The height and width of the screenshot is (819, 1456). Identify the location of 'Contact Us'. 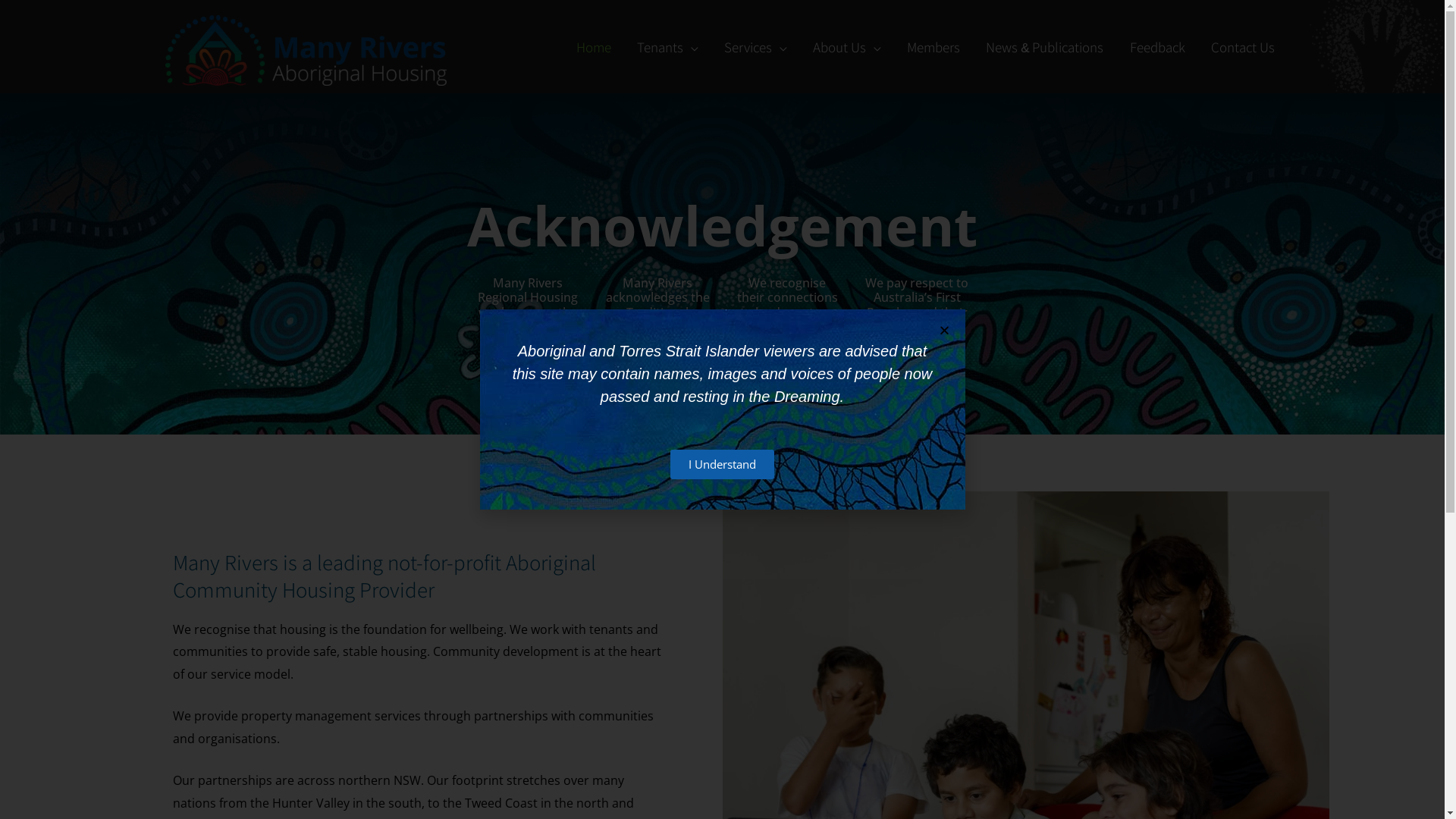
(1242, 45).